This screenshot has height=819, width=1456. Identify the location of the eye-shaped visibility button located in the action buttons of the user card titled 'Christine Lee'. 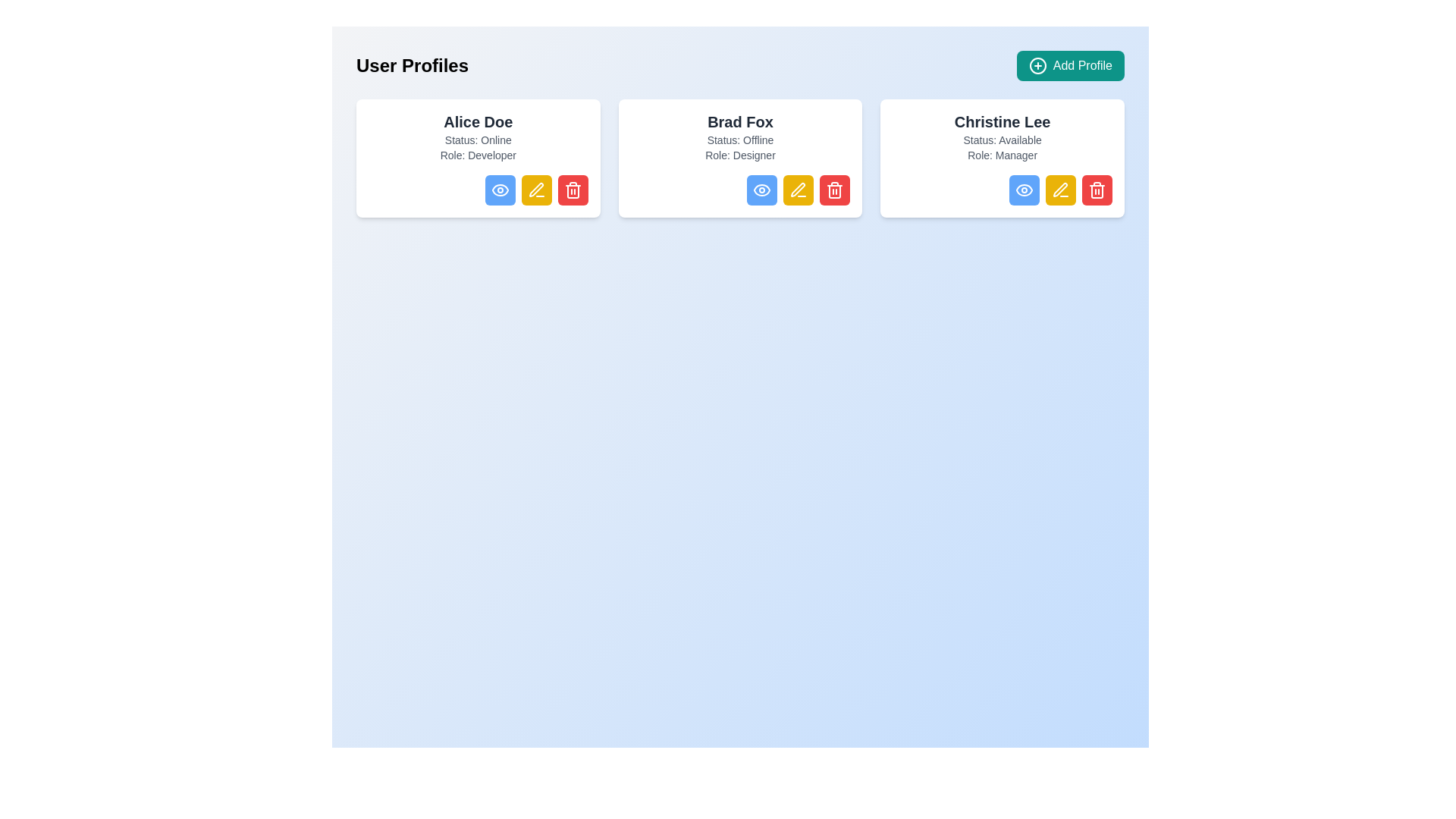
(1024, 189).